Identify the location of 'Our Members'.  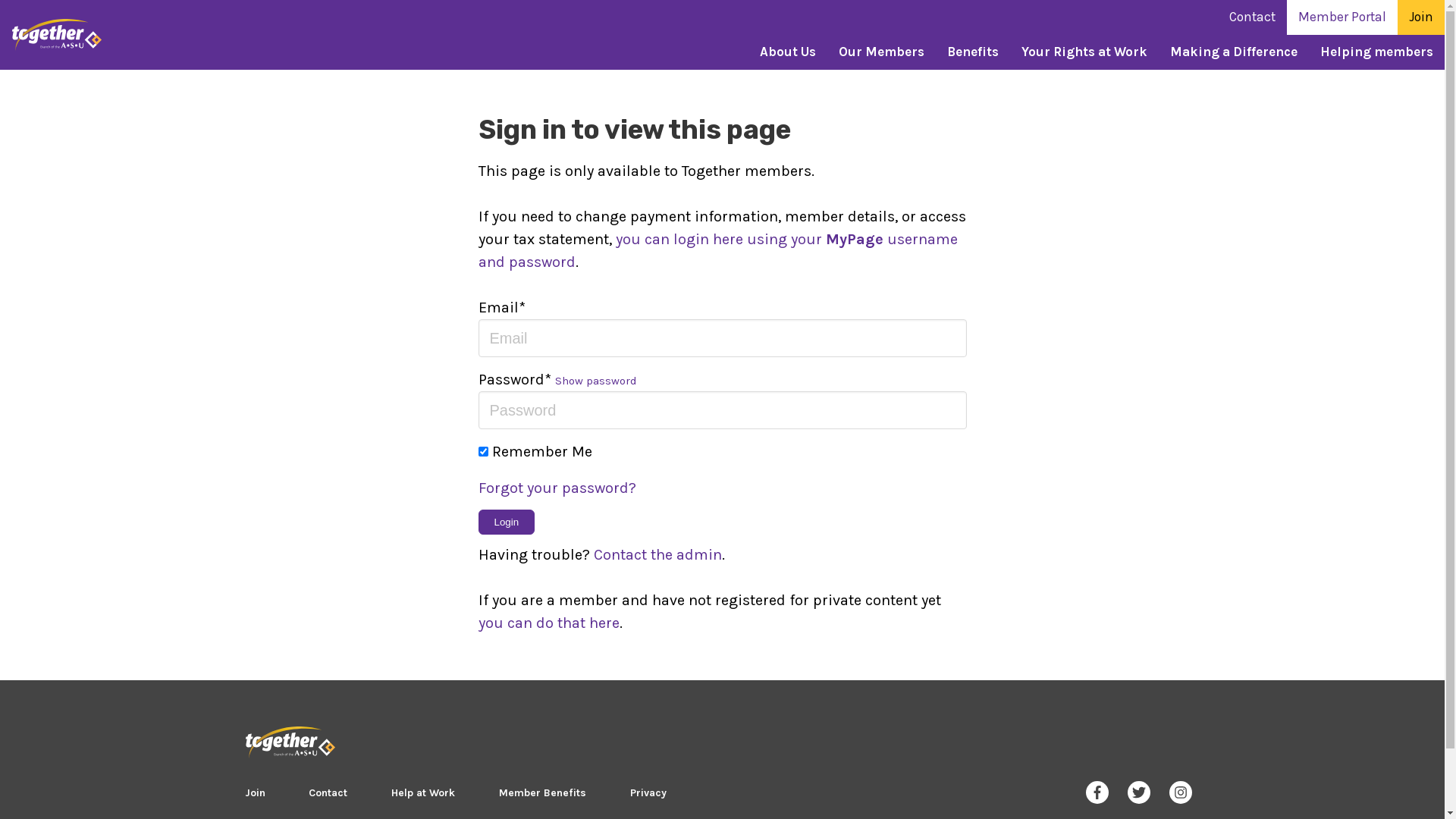
(881, 52).